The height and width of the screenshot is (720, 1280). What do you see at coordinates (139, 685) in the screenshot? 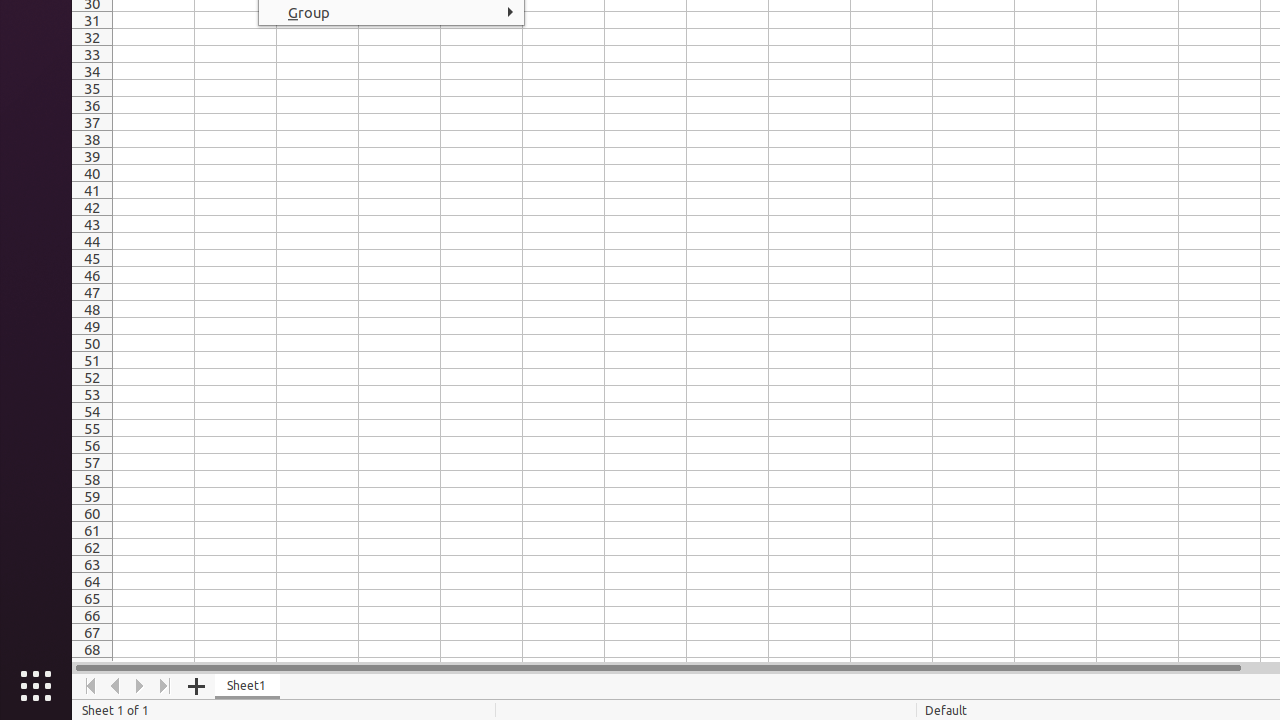
I see `'Move Right'` at bounding box center [139, 685].